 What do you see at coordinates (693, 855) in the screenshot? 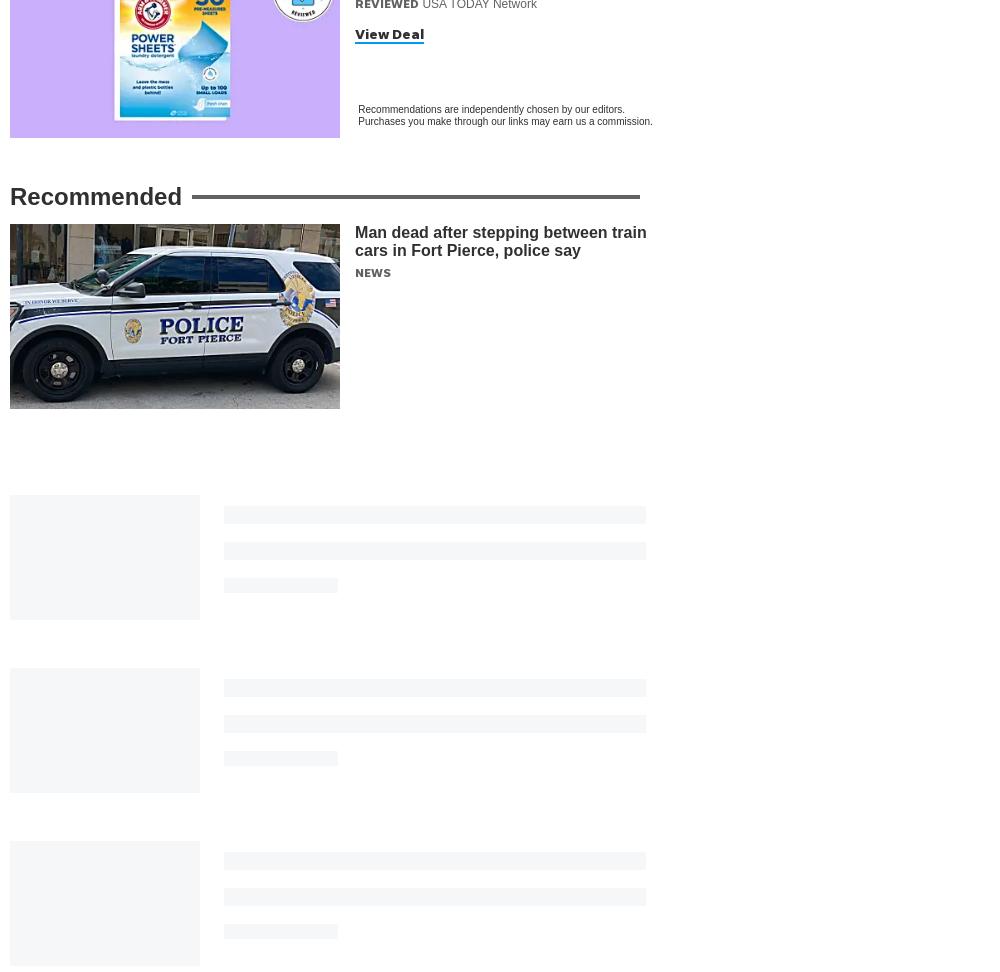
I see `'Homes'` at bounding box center [693, 855].